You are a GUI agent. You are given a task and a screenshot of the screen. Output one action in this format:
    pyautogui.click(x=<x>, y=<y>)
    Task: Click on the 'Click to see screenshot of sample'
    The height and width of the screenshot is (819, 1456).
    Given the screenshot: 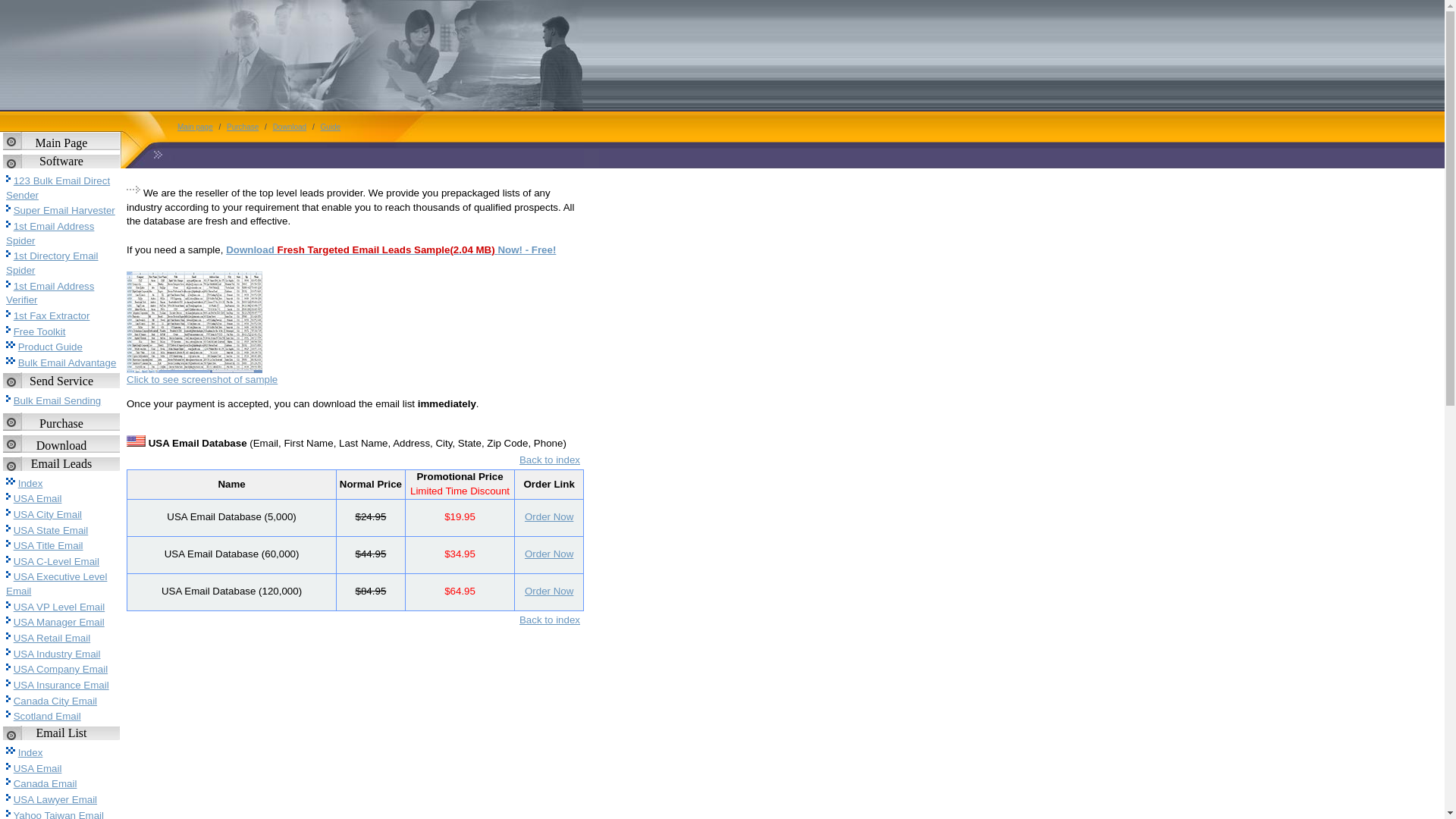 What is the action you would take?
    pyautogui.click(x=201, y=378)
    